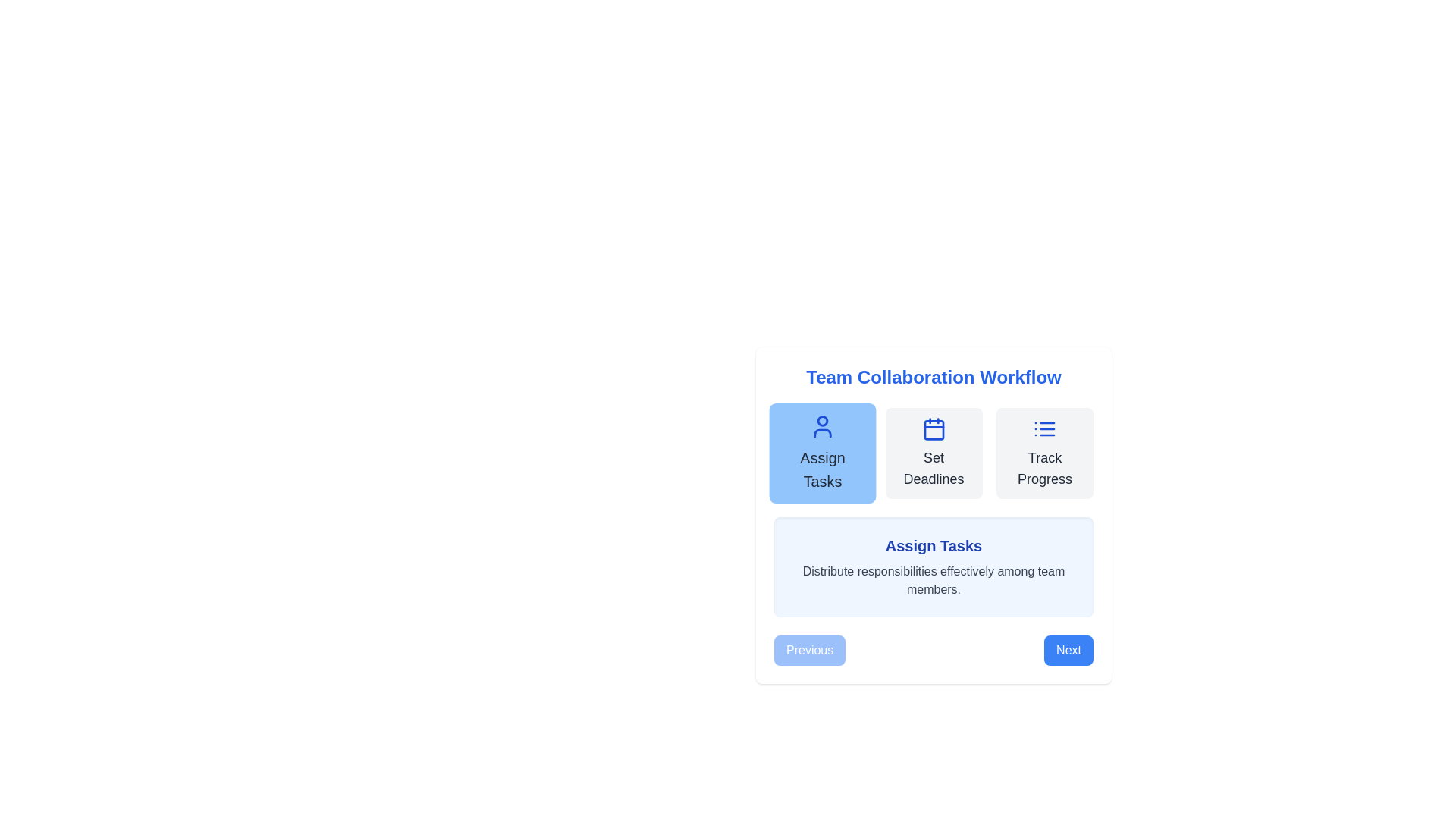  I want to click on the second rectangular icon with rounded corners, which is styled with a light background color, so click(933, 430).